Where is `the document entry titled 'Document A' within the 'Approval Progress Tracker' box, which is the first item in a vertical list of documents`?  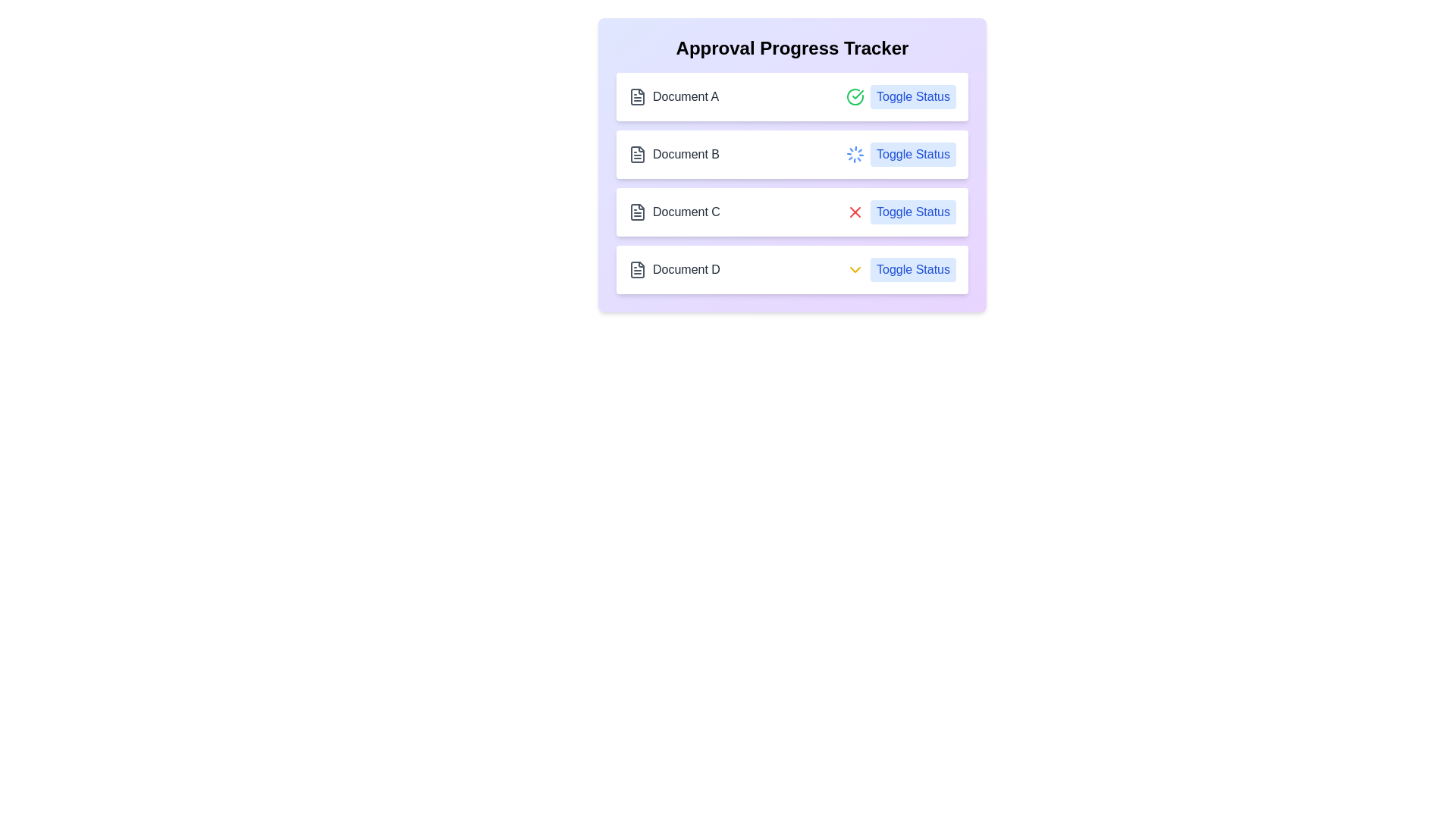 the document entry titled 'Document A' within the 'Approval Progress Tracker' box, which is the first item in a vertical list of documents is located at coordinates (673, 96).